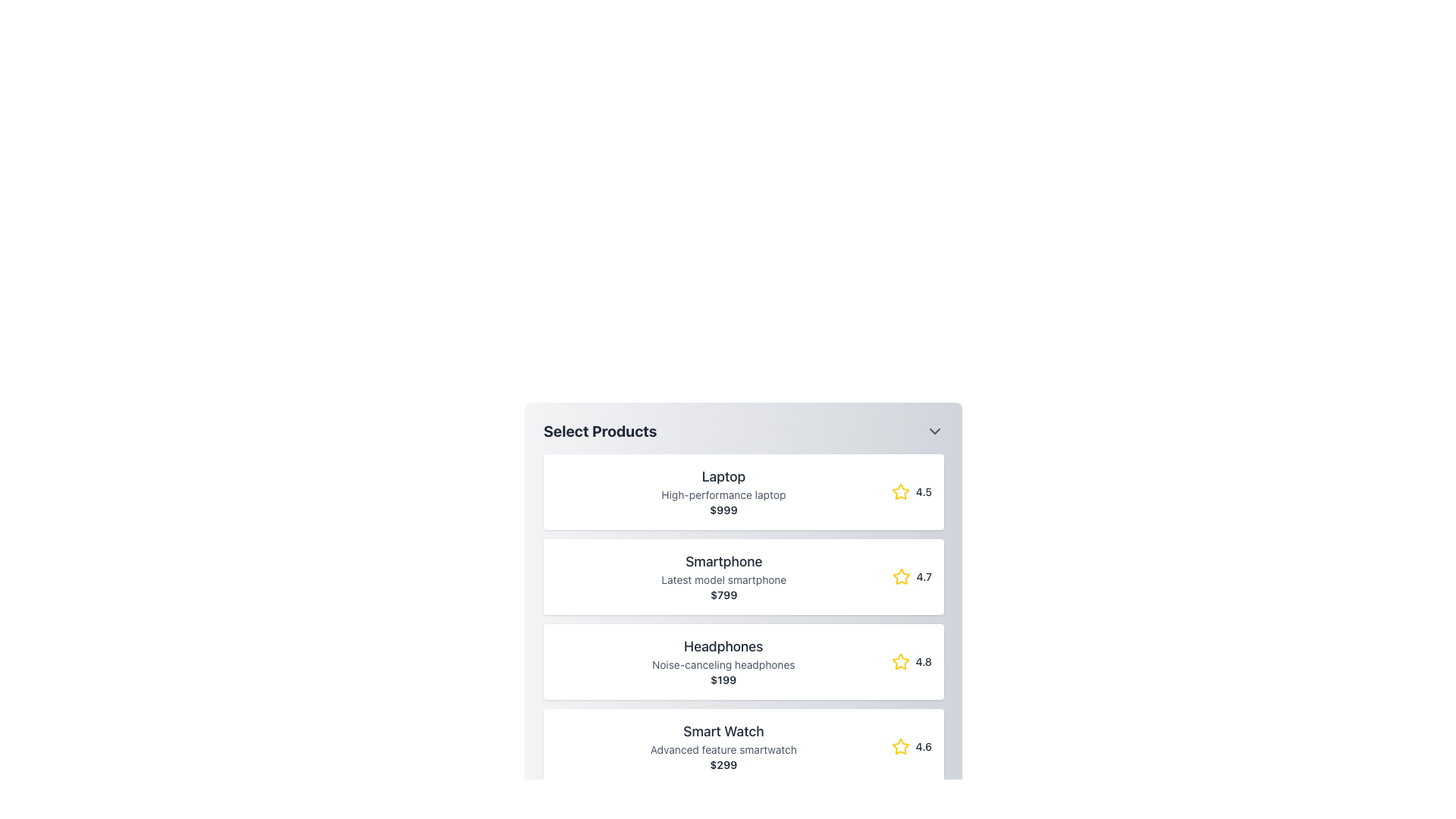 Image resolution: width=1456 pixels, height=819 pixels. I want to click on the Dropdown Header labeled 'Select Products' by, so click(743, 431).